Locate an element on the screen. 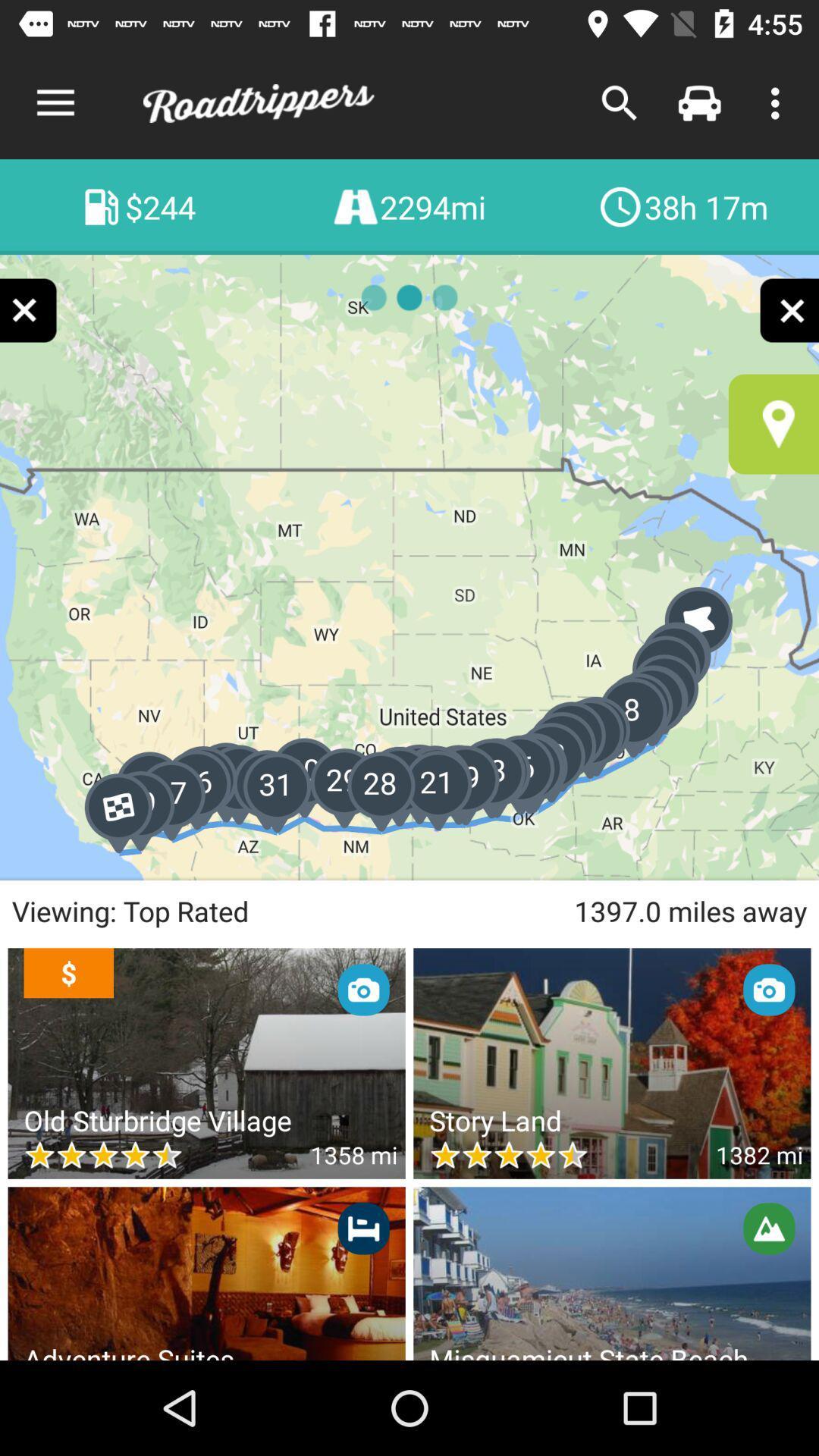  the location icon is located at coordinates (773, 424).